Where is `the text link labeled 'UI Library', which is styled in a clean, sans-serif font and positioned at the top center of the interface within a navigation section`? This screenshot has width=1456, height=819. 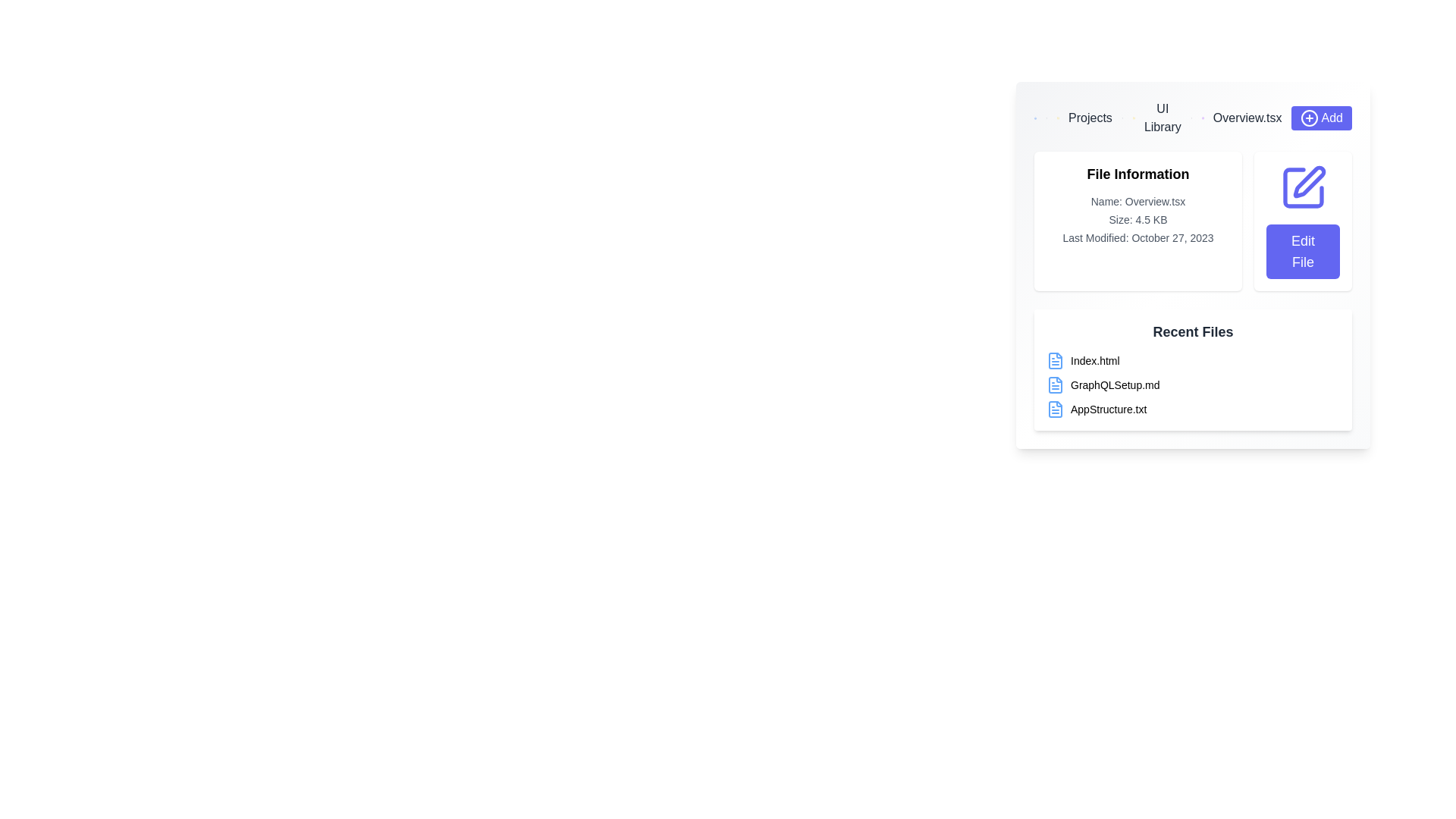
the text link labeled 'UI Library', which is styled in a clean, sans-serif font and positioned at the top center of the interface within a navigation section is located at coordinates (1162, 117).